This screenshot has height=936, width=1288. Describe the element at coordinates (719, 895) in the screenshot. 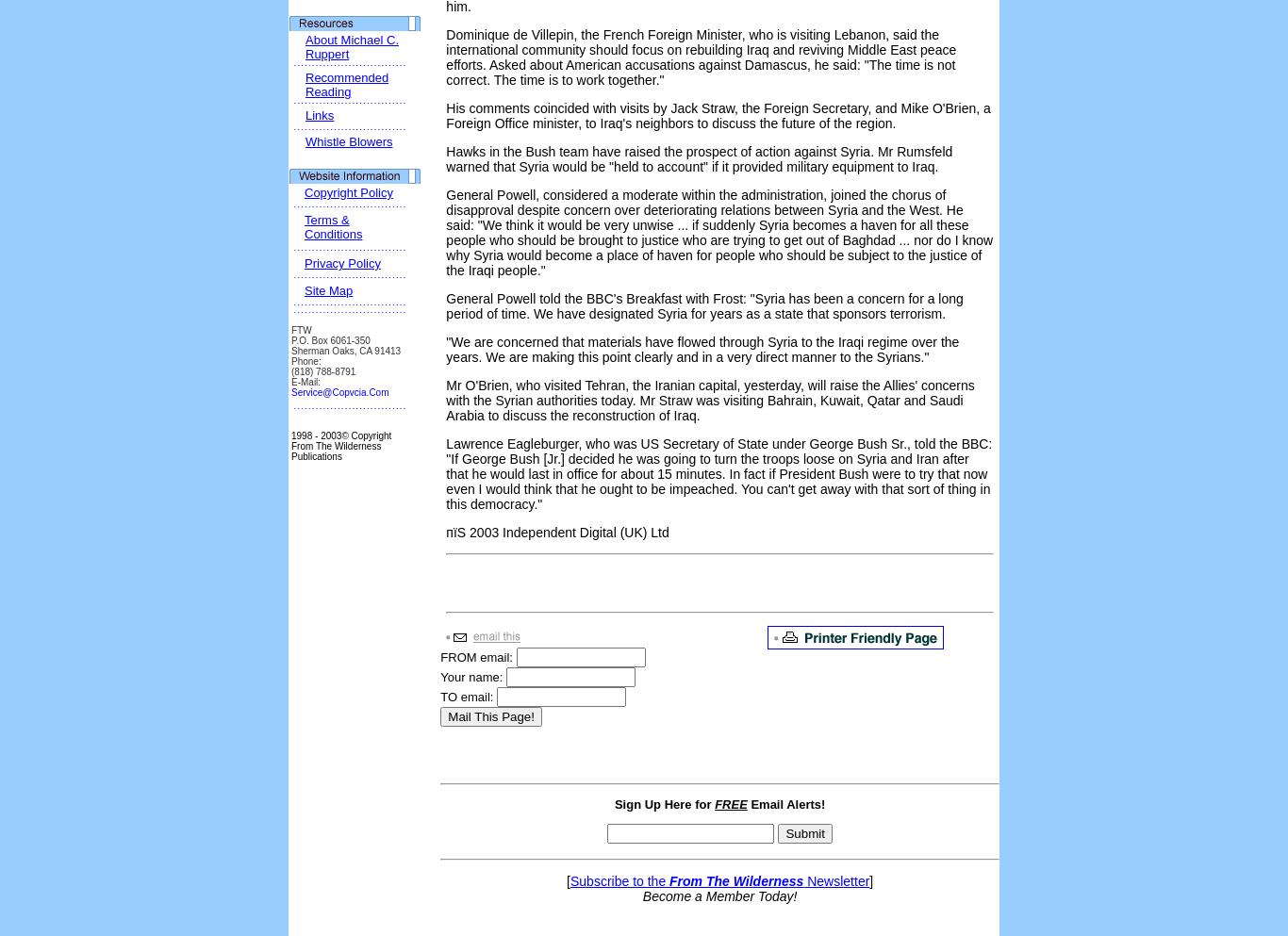

I see `'Become a Member Today!'` at that location.